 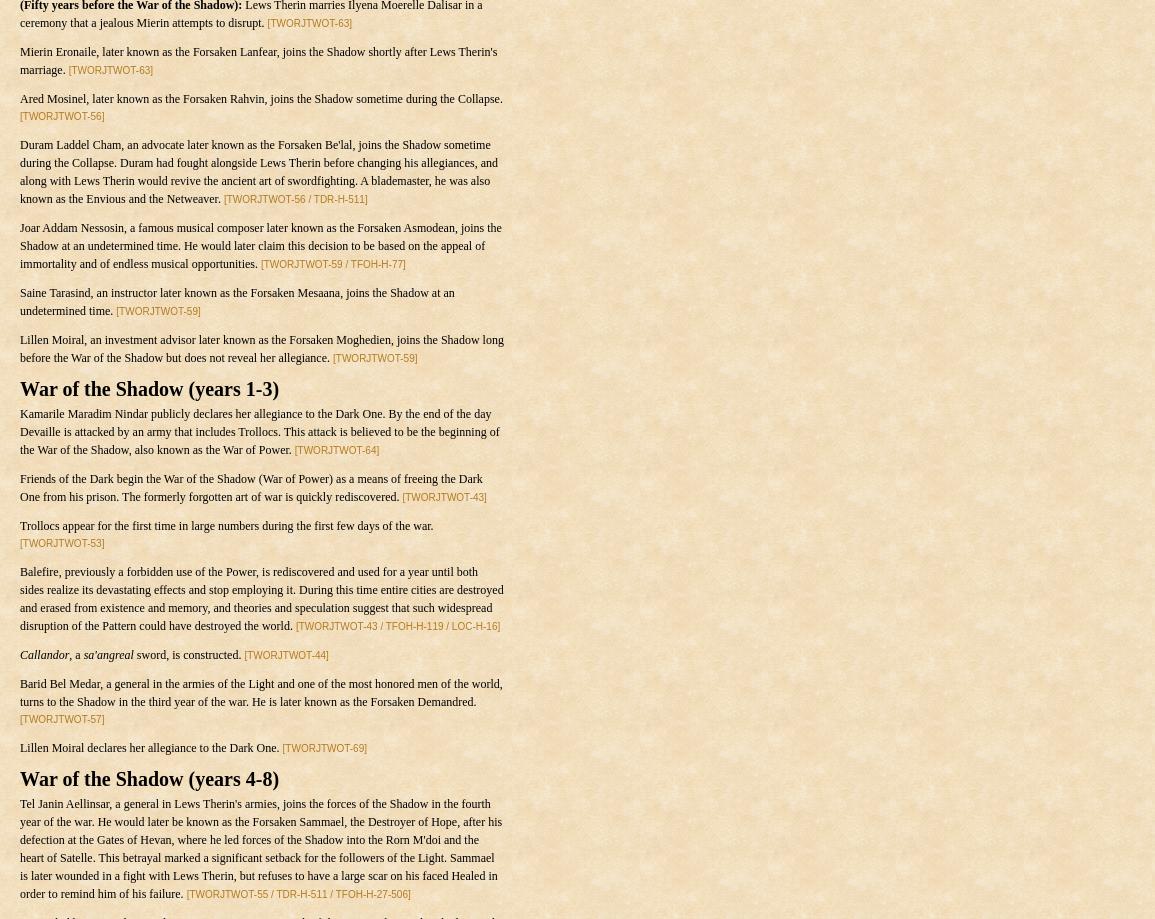 What do you see at coordinates (443, 496) in the screenshot?
I see `'[TWORJTWOT-43]'` at bounding box center [443, 496].